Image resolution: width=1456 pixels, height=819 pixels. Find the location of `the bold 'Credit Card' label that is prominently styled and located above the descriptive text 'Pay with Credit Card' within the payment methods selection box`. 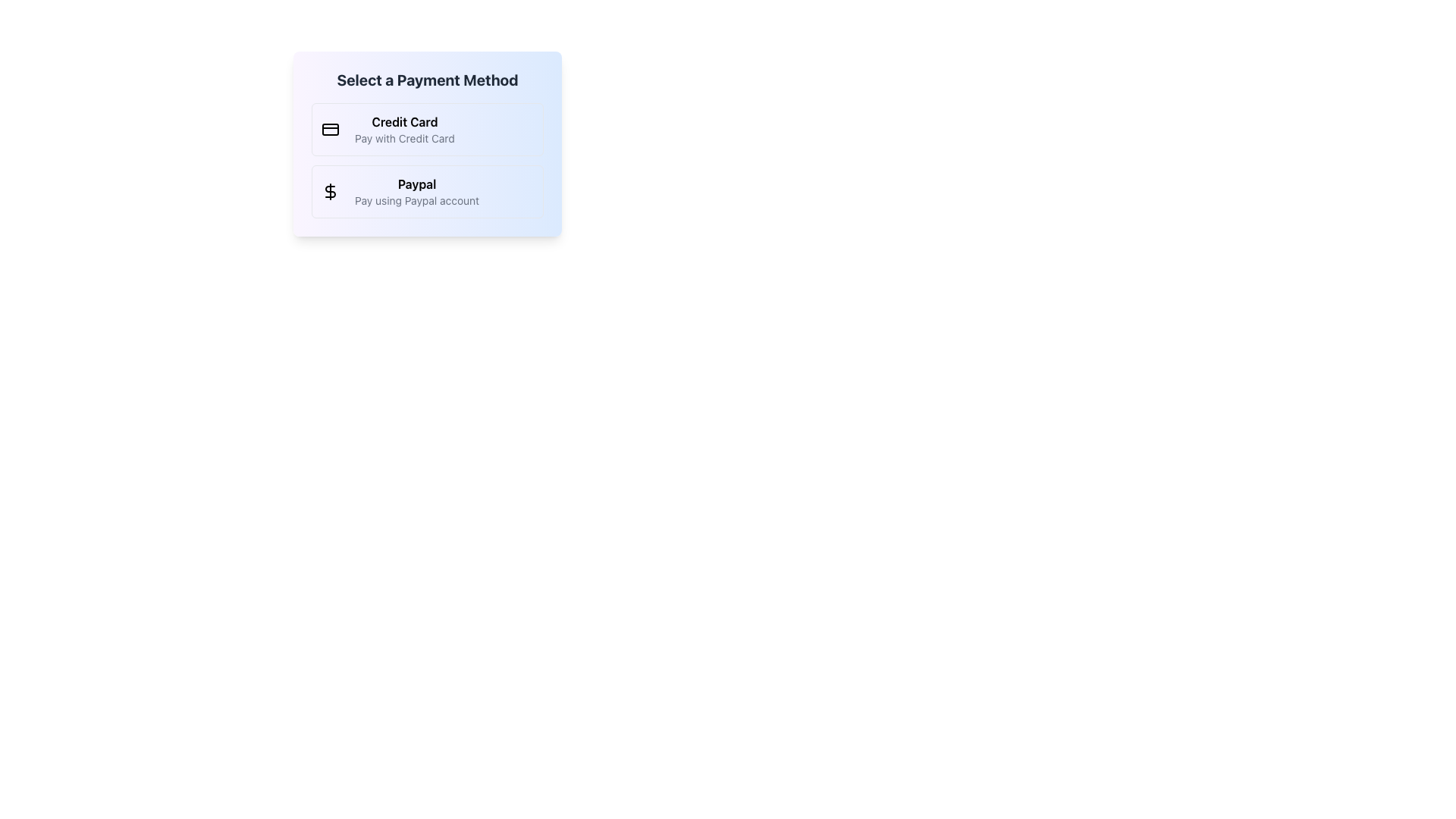

the bold 'Credit Card' label that is prominently styled and located above the descriptive text 'Pay with Credit Card' within the payment methods selection box is located at coordinates (404, 121).